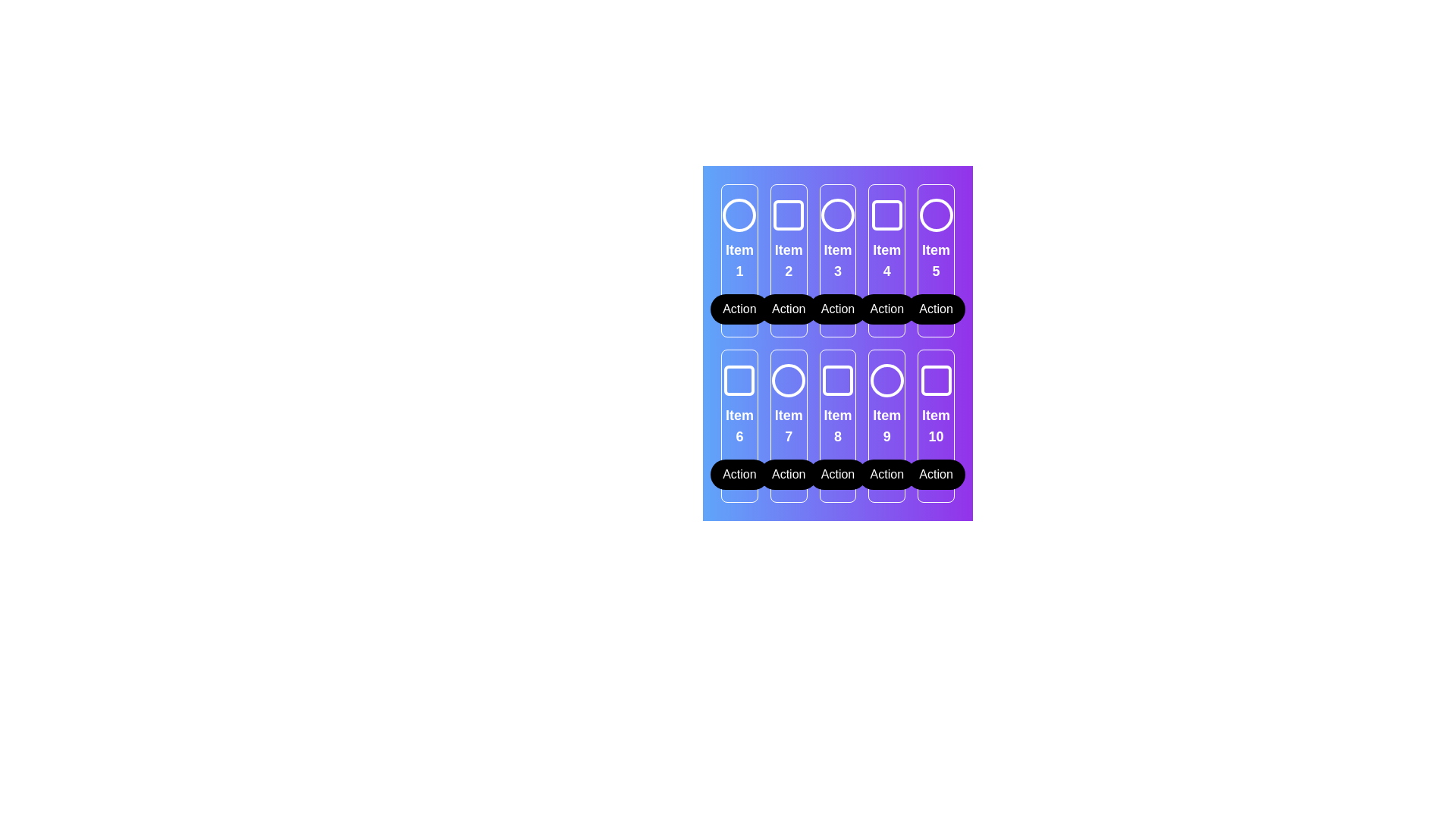 This screenshot has width=1456, height=819. Describe the element at coordinates (836, 426) in the screenshot. I see `the Text Label indicating 'Item 8' located in the central column of the second row in the UI grid layout` at that location.